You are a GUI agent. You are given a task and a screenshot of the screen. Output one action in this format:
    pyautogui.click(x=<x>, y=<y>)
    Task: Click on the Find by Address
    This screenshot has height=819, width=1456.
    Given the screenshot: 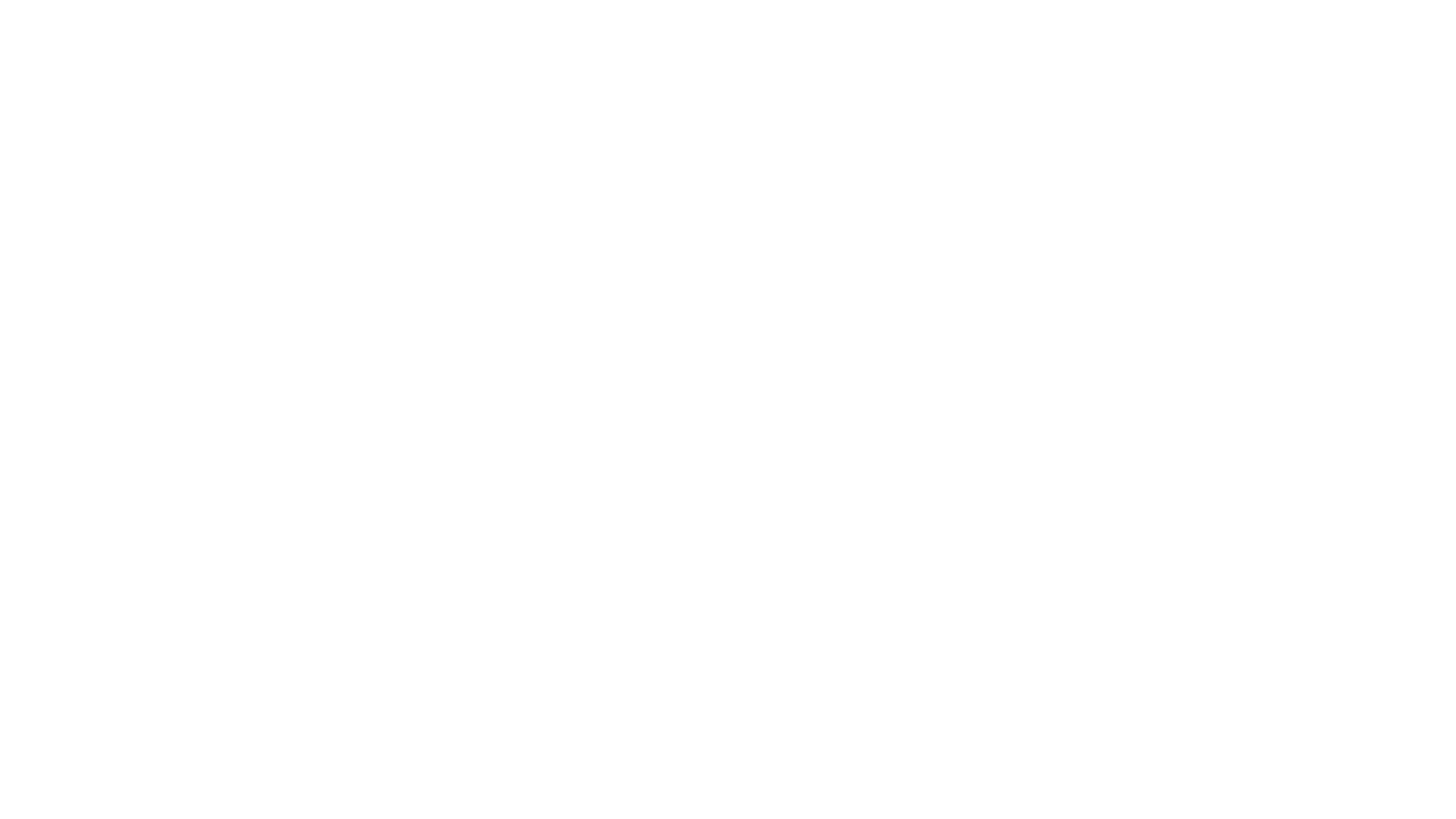 What is the action you would take?
    pyautogui.click(x=439, y=305)
    